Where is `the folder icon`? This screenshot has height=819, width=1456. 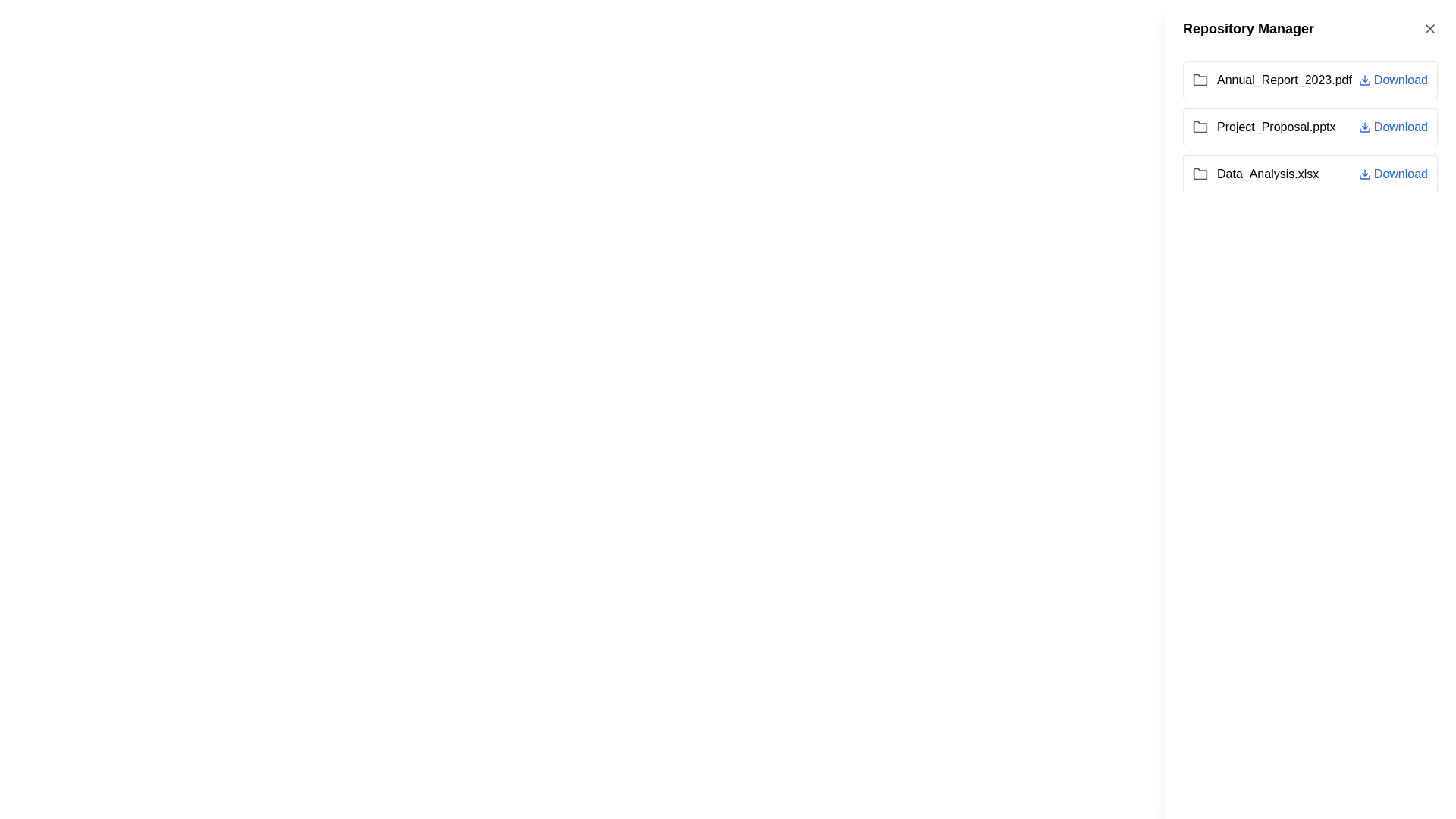 the folder icon is located at coordinates (1200, 172).